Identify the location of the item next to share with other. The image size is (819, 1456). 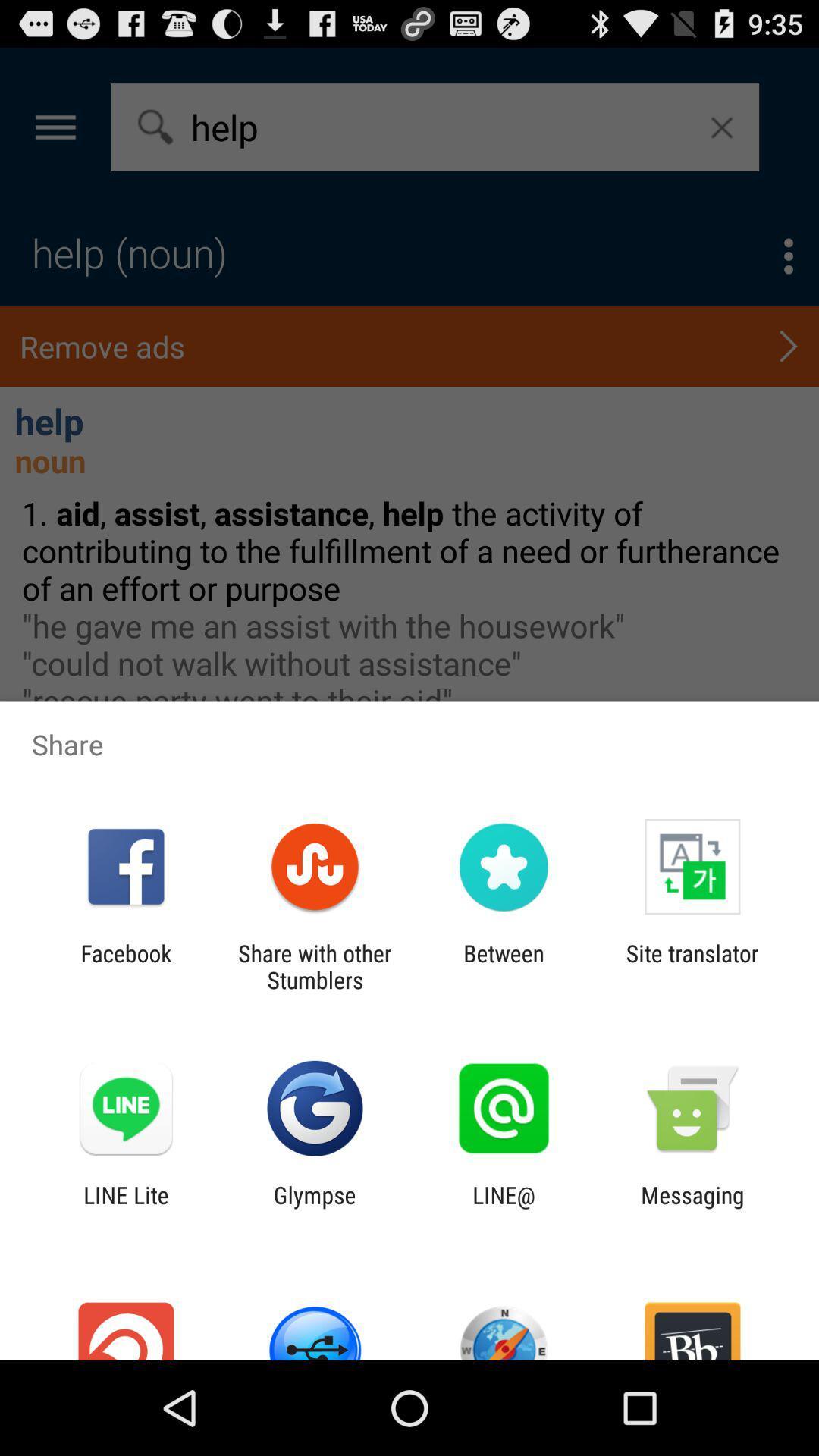
(504, 966).